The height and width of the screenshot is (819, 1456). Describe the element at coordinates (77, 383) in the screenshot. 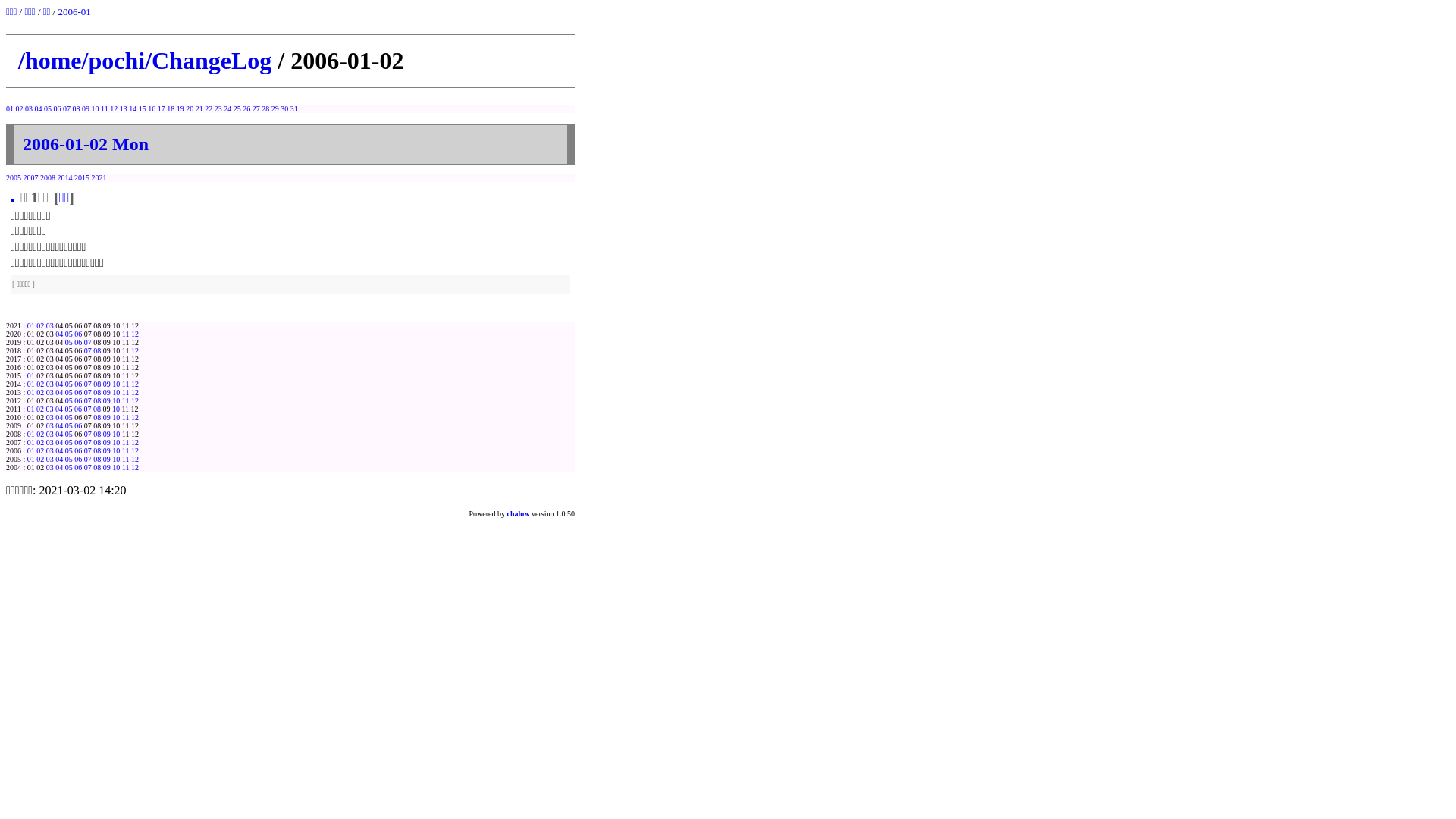

I see `'06'` at that location.